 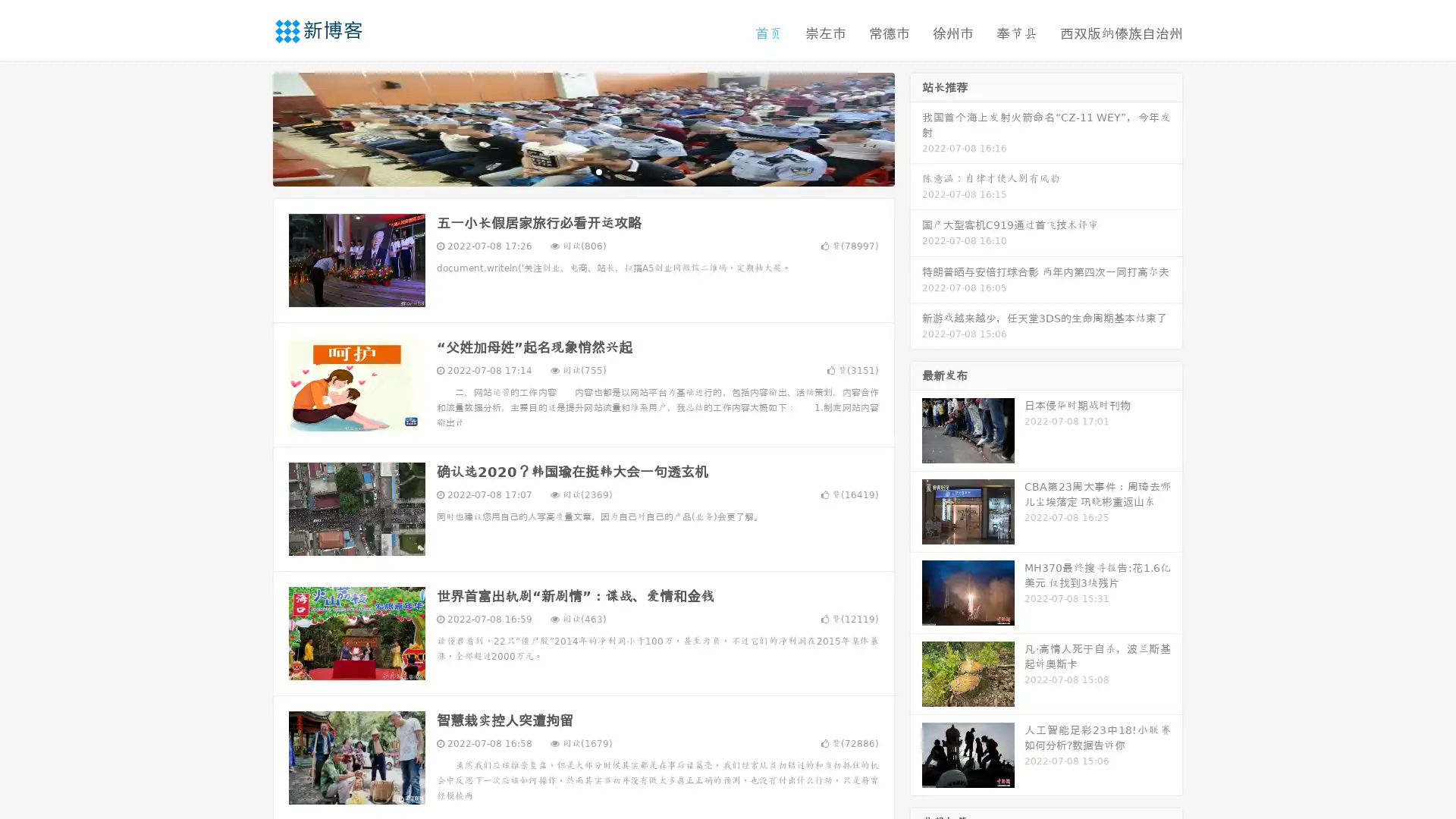 I want to click on Previous slide, so click(x=250, y=127).